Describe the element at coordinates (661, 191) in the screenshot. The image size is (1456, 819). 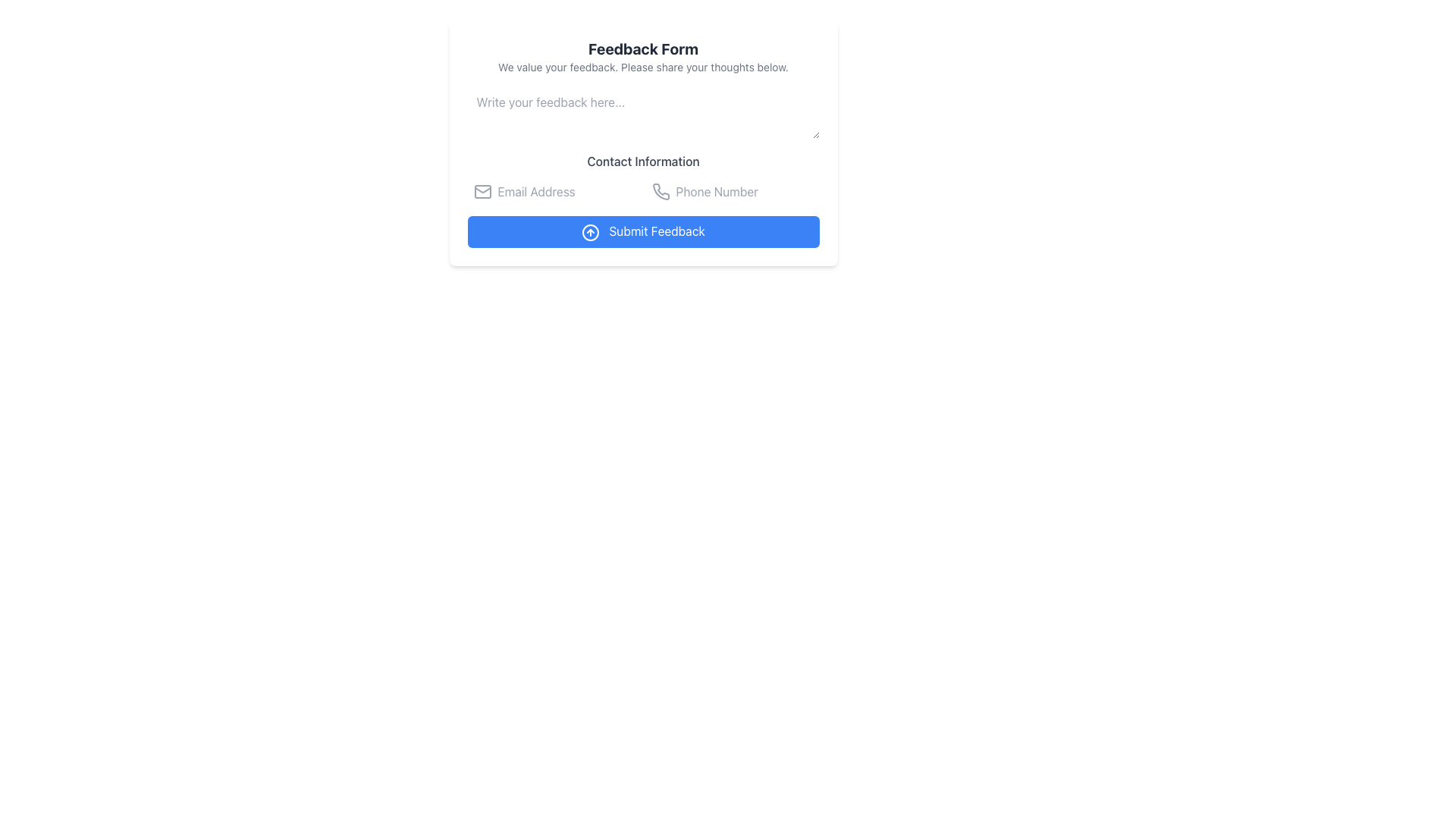
I see `the gray minimalistic phone icon located to the left of the 'Phone Number' input box in the contact information section` at that location.